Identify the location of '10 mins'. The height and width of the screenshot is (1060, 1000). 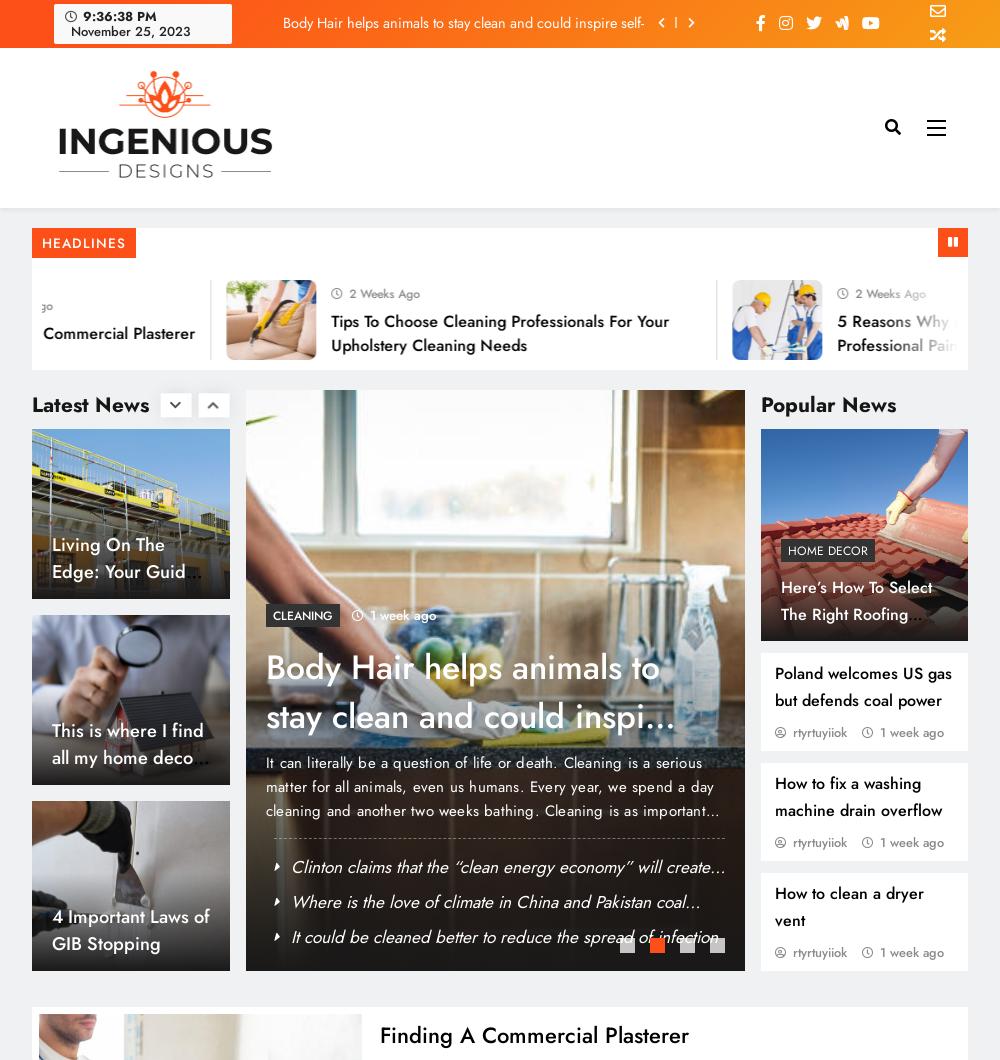
(641, 935).